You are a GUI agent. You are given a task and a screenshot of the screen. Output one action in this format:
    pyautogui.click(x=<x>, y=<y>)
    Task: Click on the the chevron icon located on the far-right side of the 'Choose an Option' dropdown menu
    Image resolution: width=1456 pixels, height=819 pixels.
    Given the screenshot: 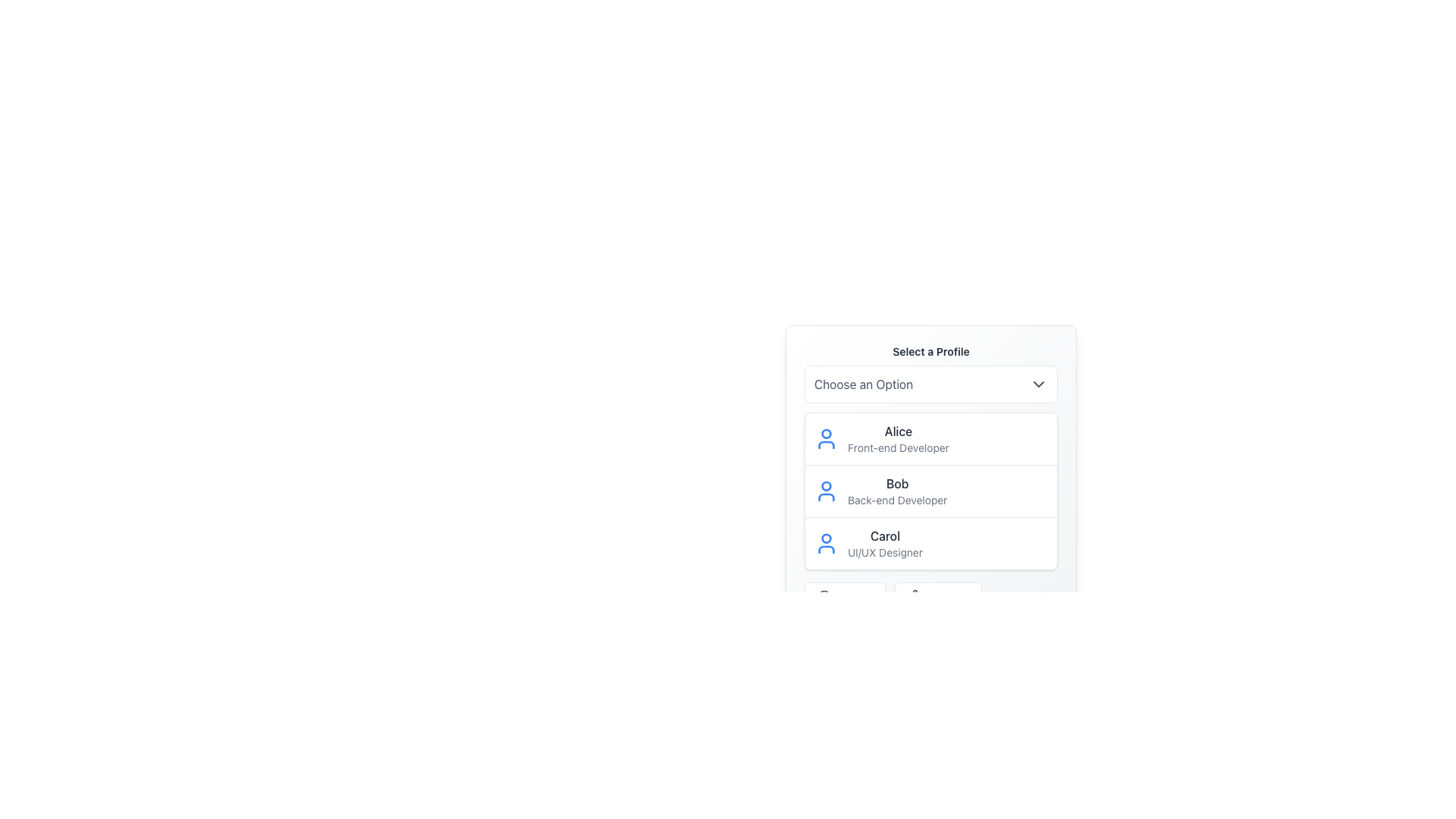 What is the action you would take?
    pyautogui.click(x=1037, y=383)
    